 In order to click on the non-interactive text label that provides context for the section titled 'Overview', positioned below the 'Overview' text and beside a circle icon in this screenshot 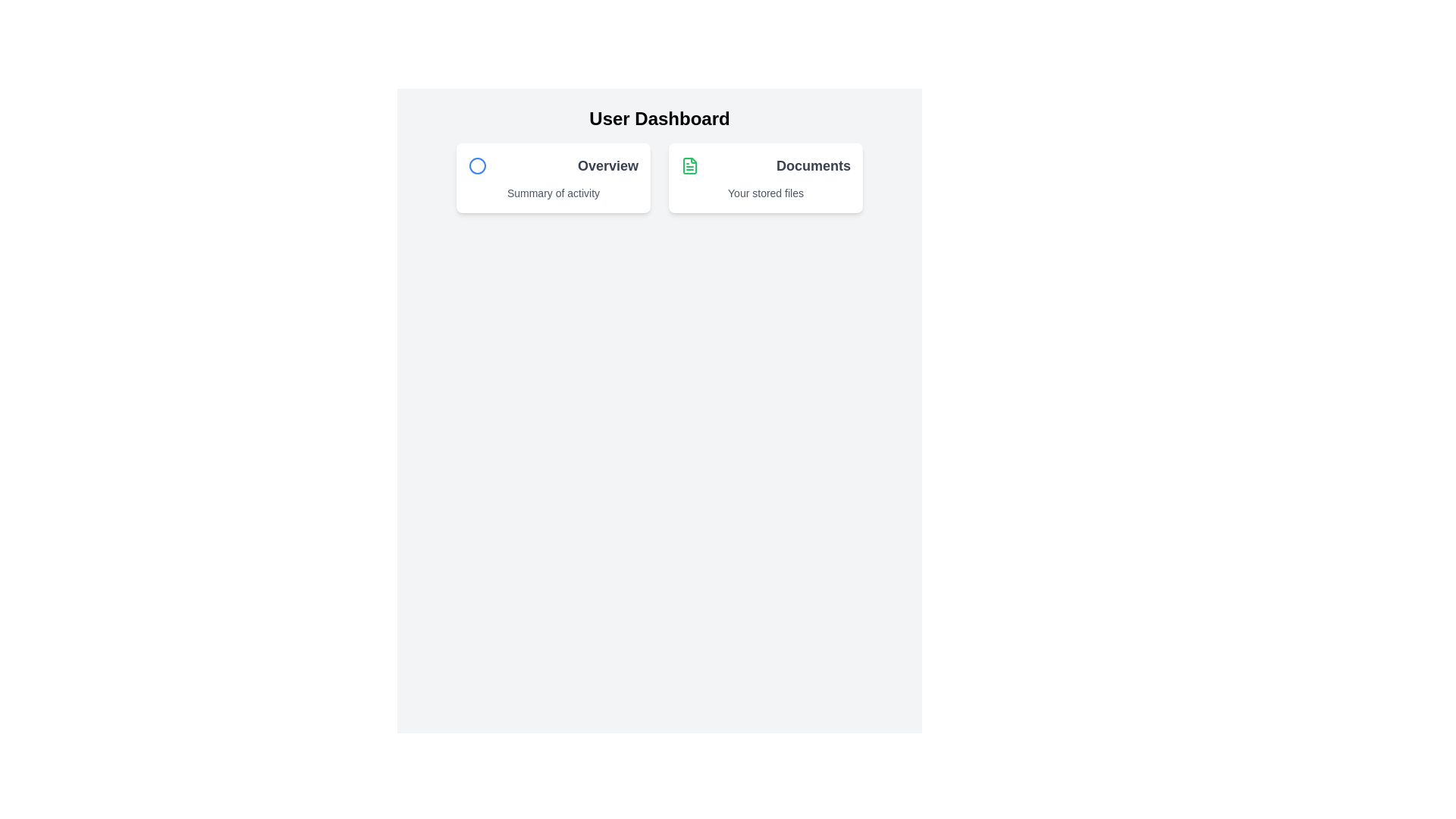, I will do `click(552, 192)`.